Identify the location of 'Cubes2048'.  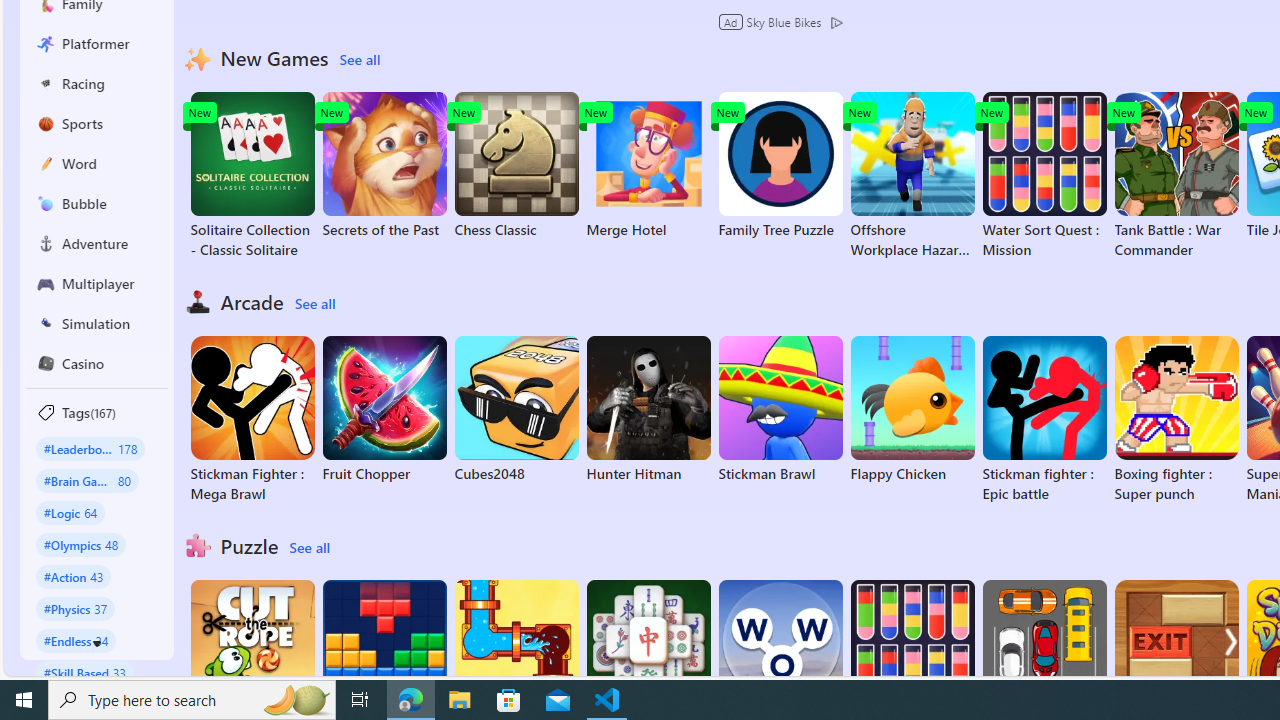
(516, 409).